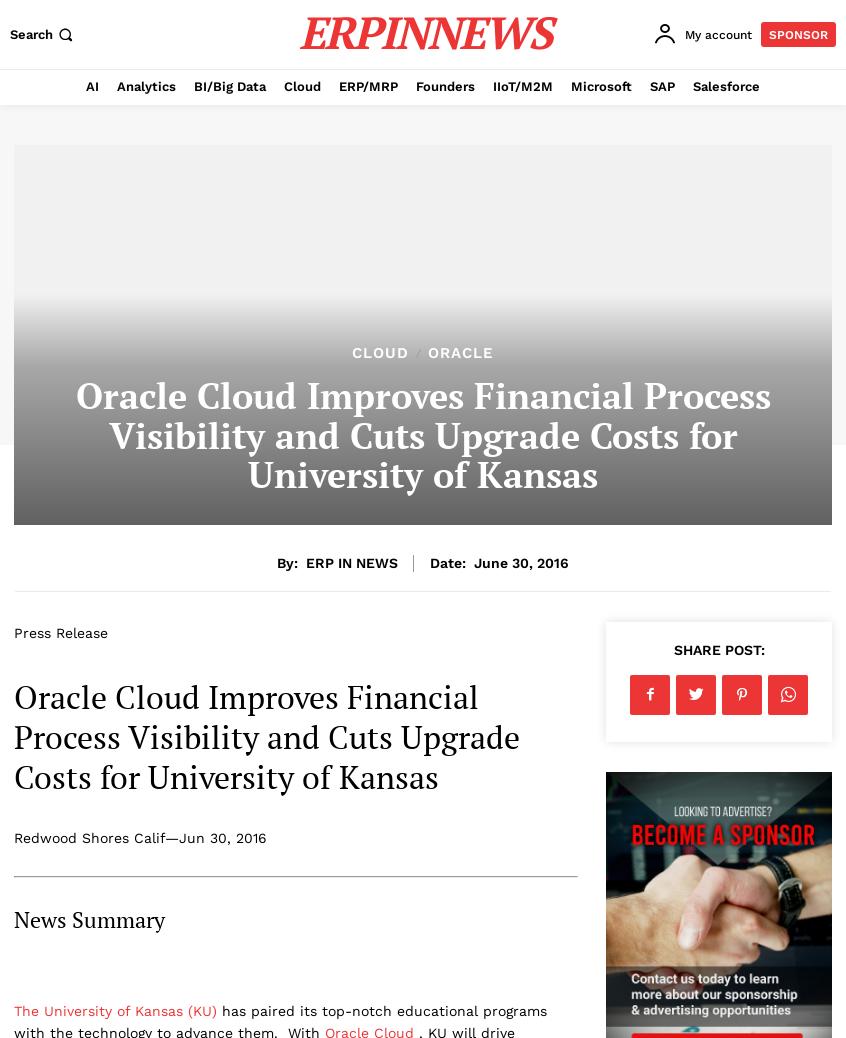  What do you see at coordinates (145, 85) in the screenshot?
I see `'Analytics'` at bounding box center [145, 85].